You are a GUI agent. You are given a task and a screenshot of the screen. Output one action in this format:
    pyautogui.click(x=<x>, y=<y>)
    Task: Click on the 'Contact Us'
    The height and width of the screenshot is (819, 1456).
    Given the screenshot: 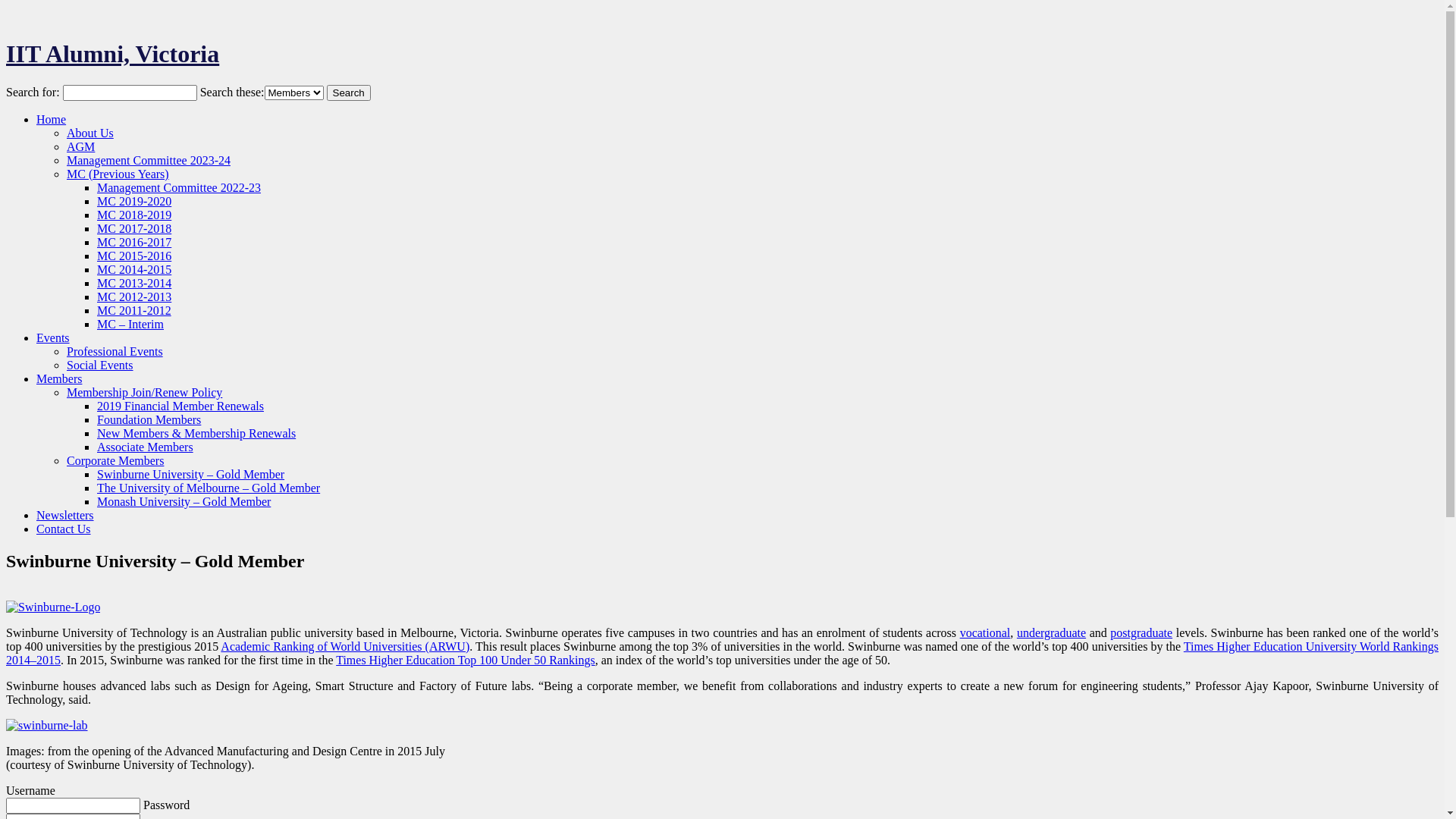 What is the action you would take?
    pyautogui.click(x=36, y=528)
    